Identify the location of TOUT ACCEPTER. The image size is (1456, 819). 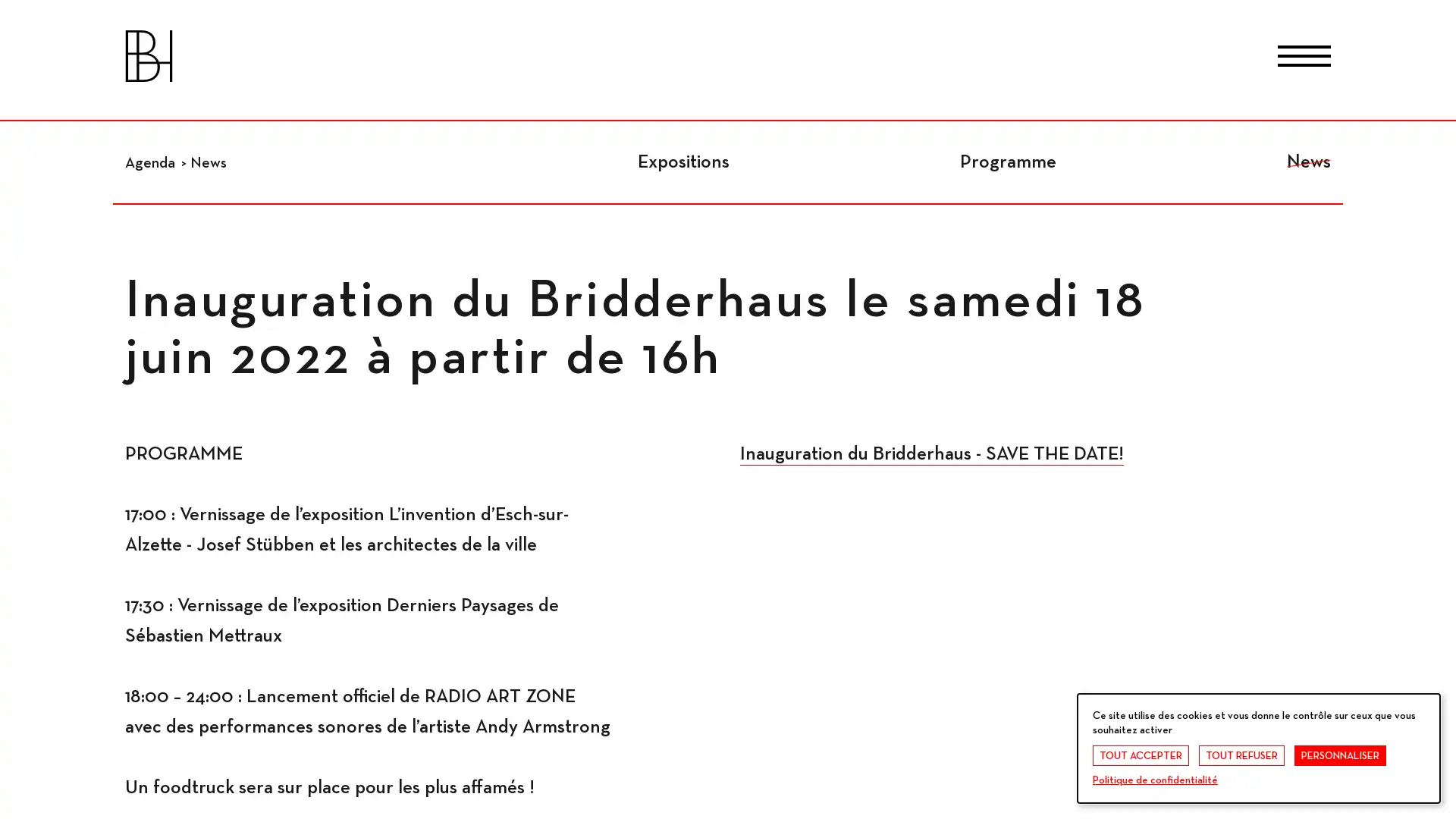
(1141, 755).